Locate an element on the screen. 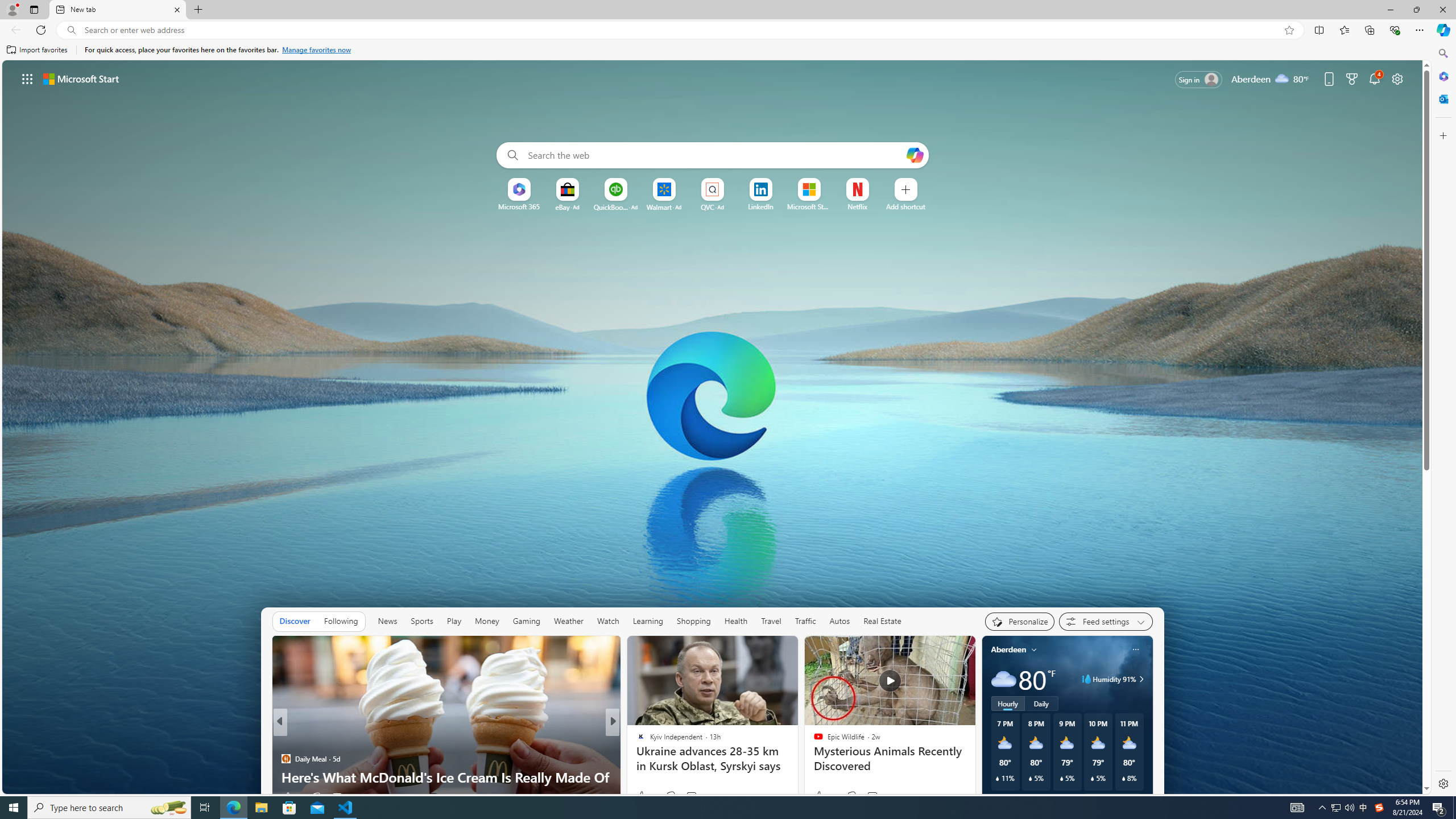 This screenshot has width=1456, height=819. 'Search icon' is located at coordinates (71, 30).